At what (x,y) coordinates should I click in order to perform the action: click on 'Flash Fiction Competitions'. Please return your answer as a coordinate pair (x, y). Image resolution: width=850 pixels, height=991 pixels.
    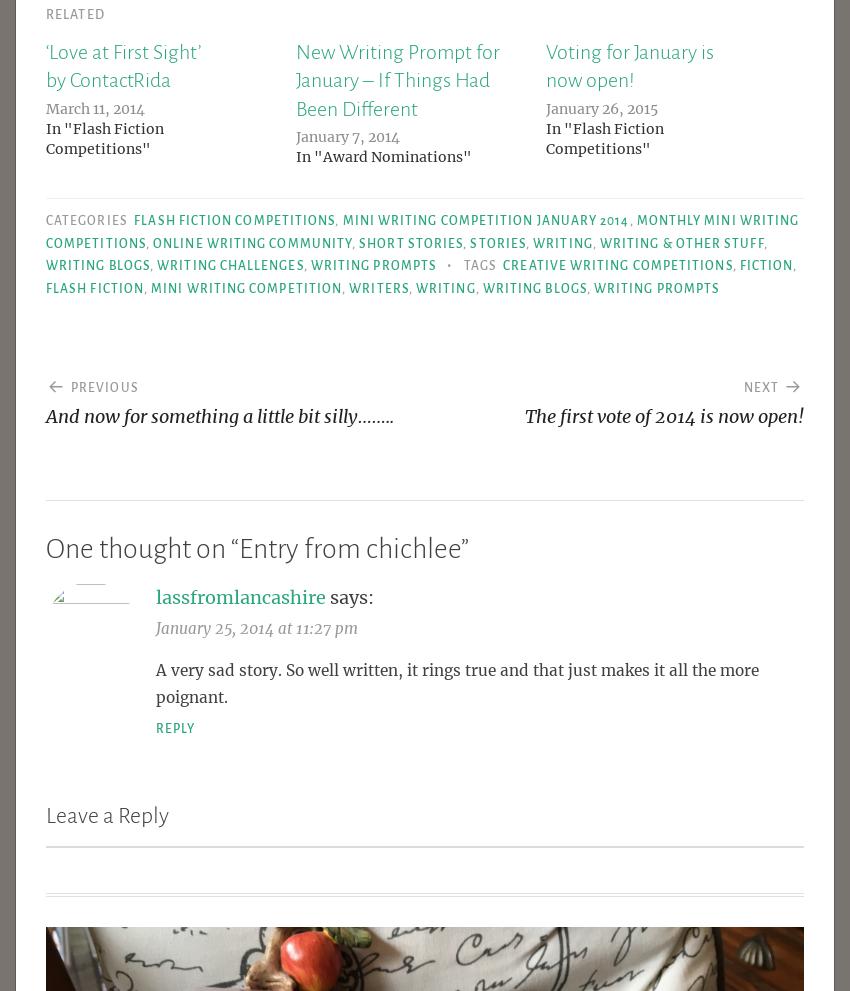
    Looking at the image, I should click on (234, 219).